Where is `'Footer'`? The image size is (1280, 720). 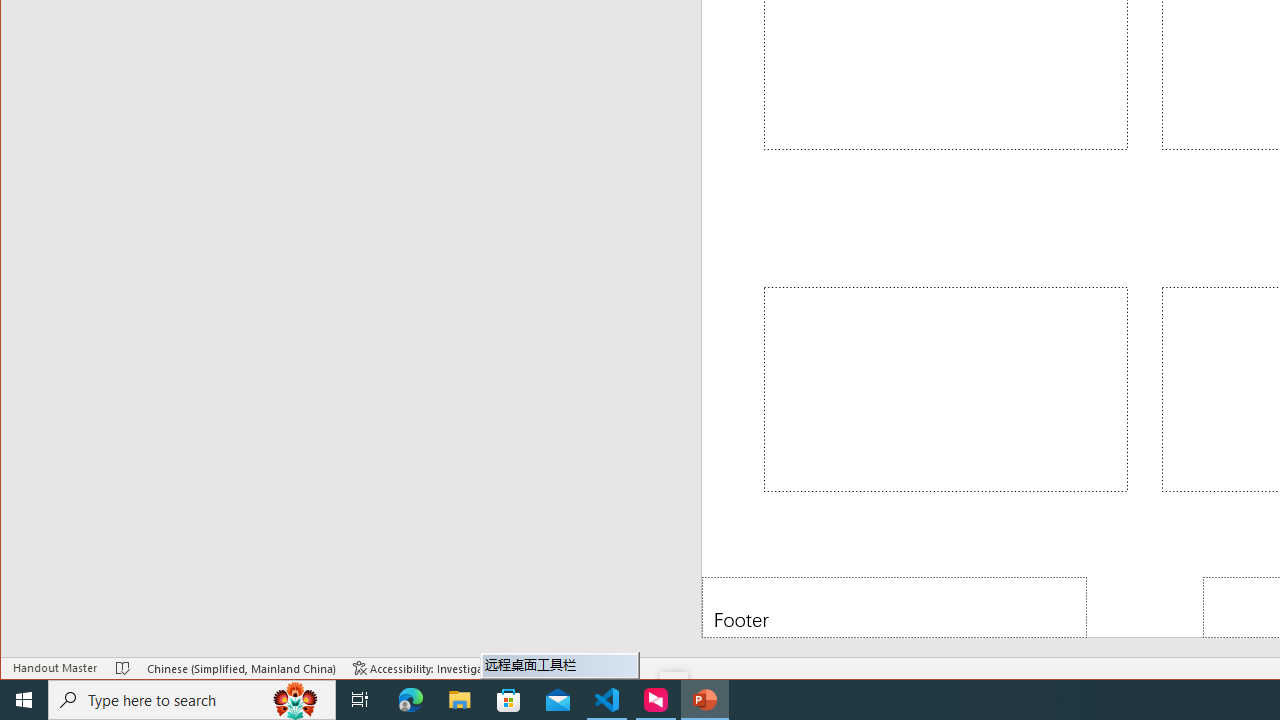 'Footer' is located at coordinates (893, 606).